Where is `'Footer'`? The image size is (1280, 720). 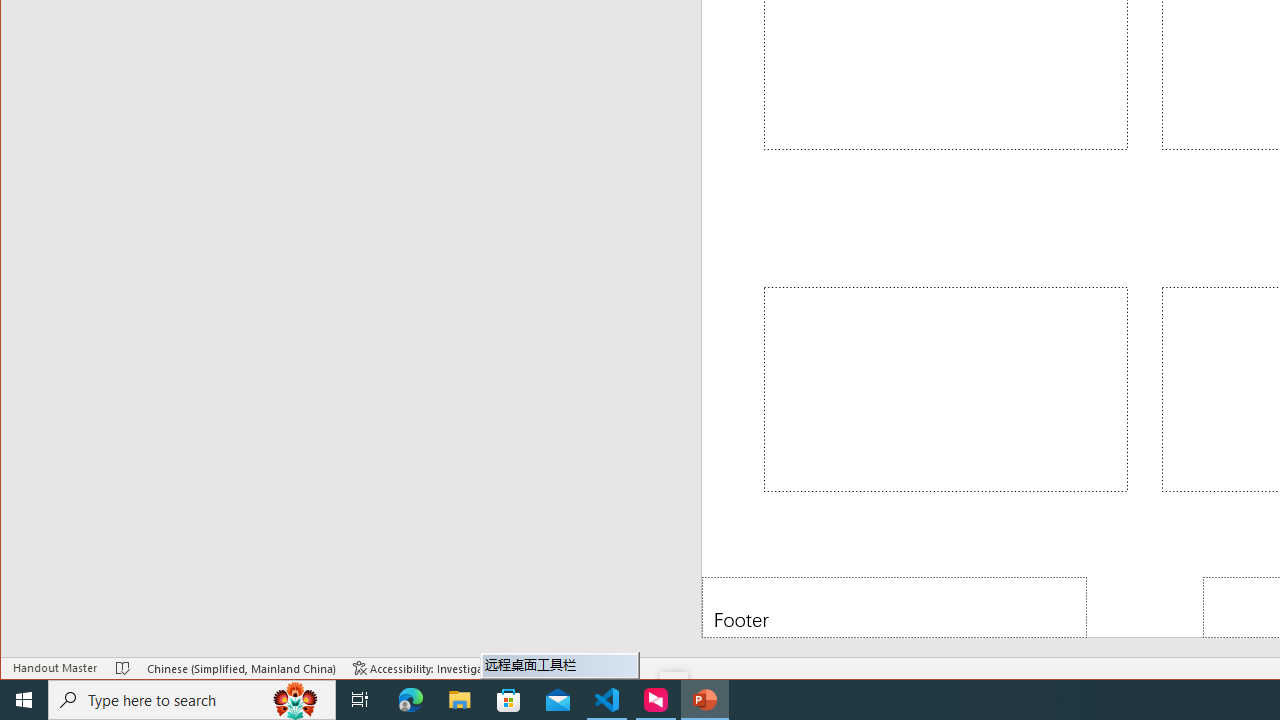 'Footer' is located at coordinates (893, 606).